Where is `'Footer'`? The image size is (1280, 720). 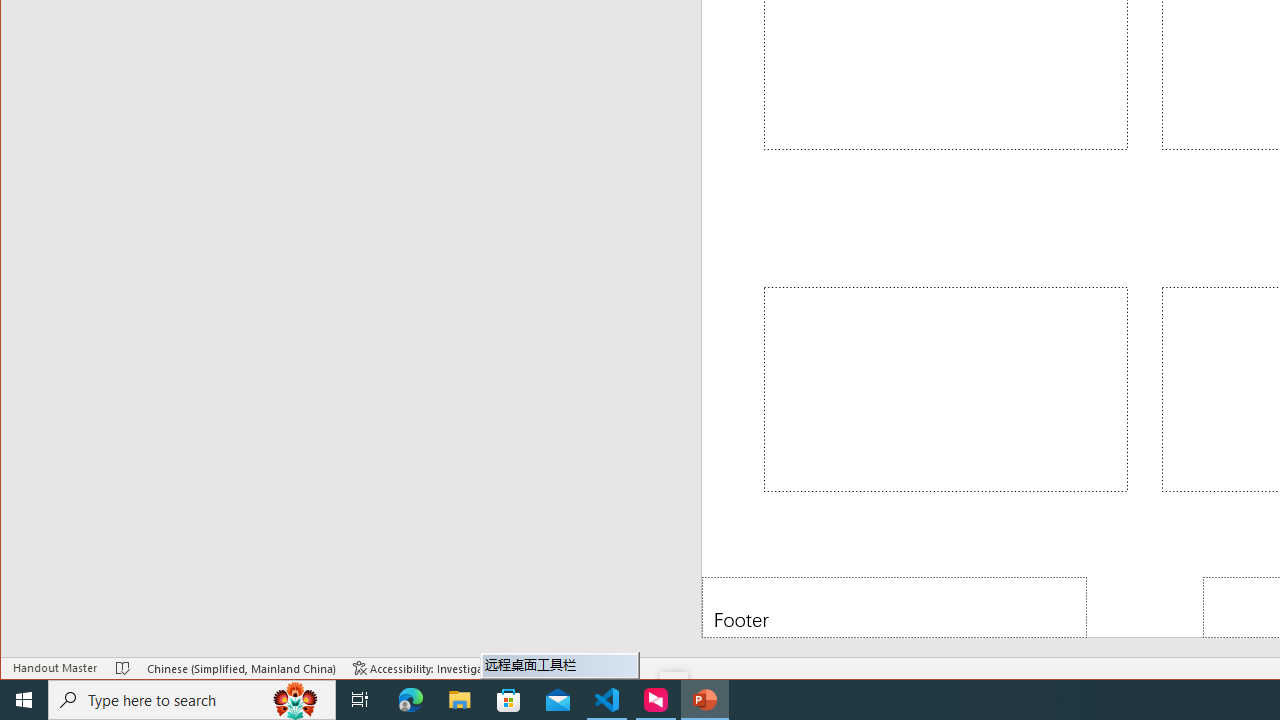 'Footer' is located at coordinates (893, 606).